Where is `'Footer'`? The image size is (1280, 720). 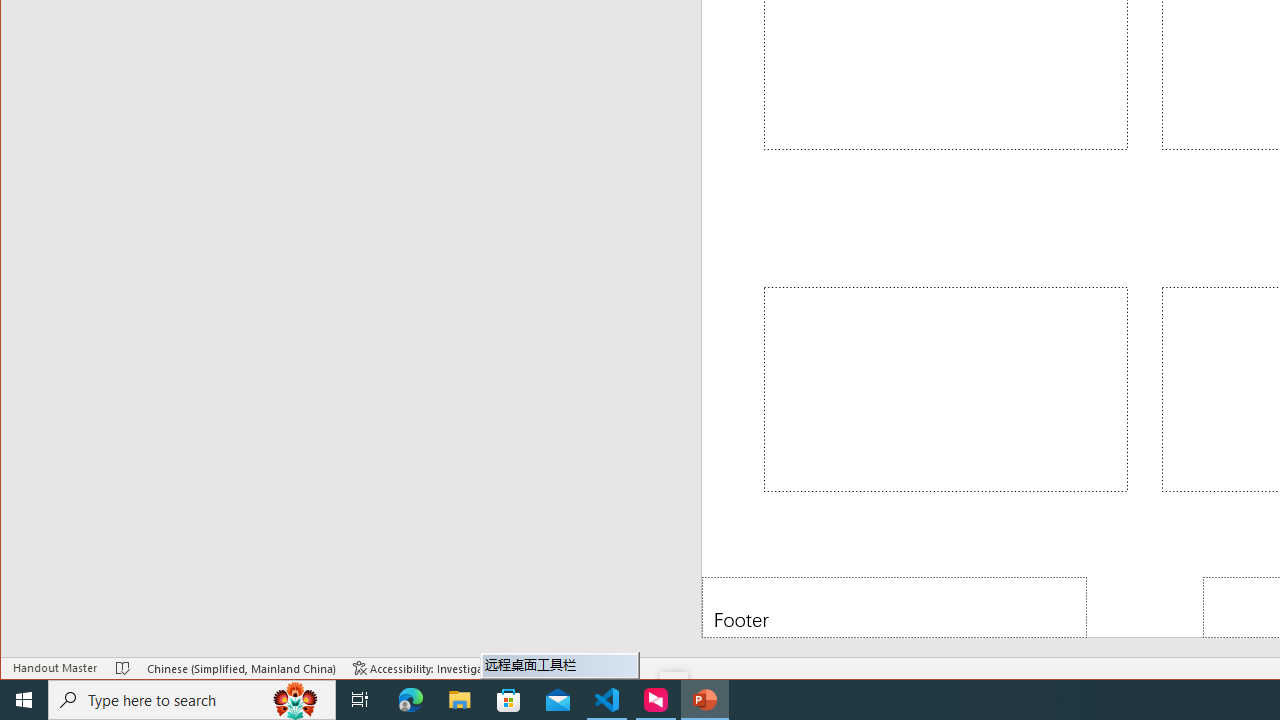 'Footer' is located at coordinates (893, 606).